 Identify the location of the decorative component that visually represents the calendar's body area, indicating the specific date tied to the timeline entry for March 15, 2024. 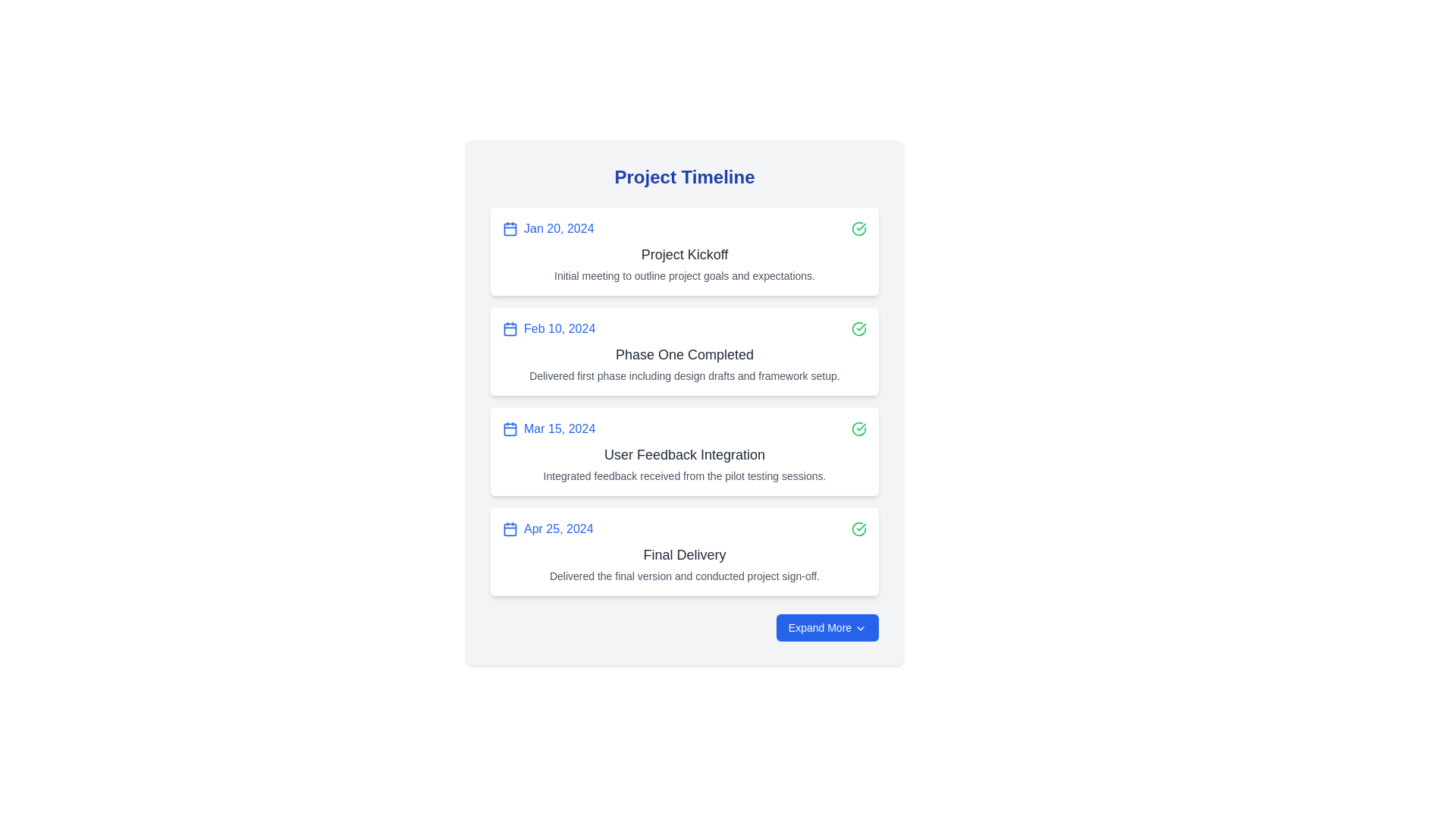
(510, 429).